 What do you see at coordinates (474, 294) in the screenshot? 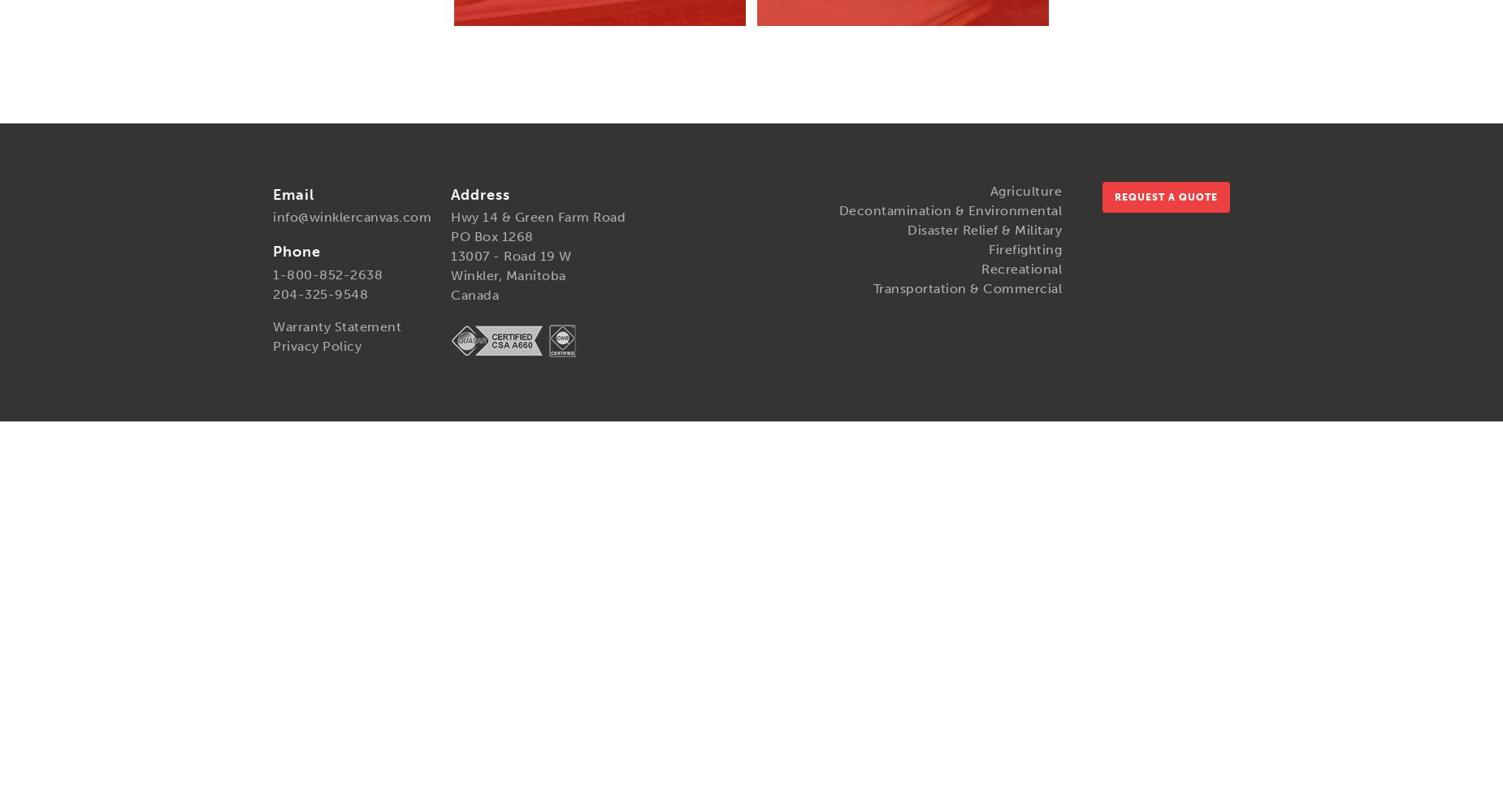
I see `'Canada'` at bounding box center [474, 294].